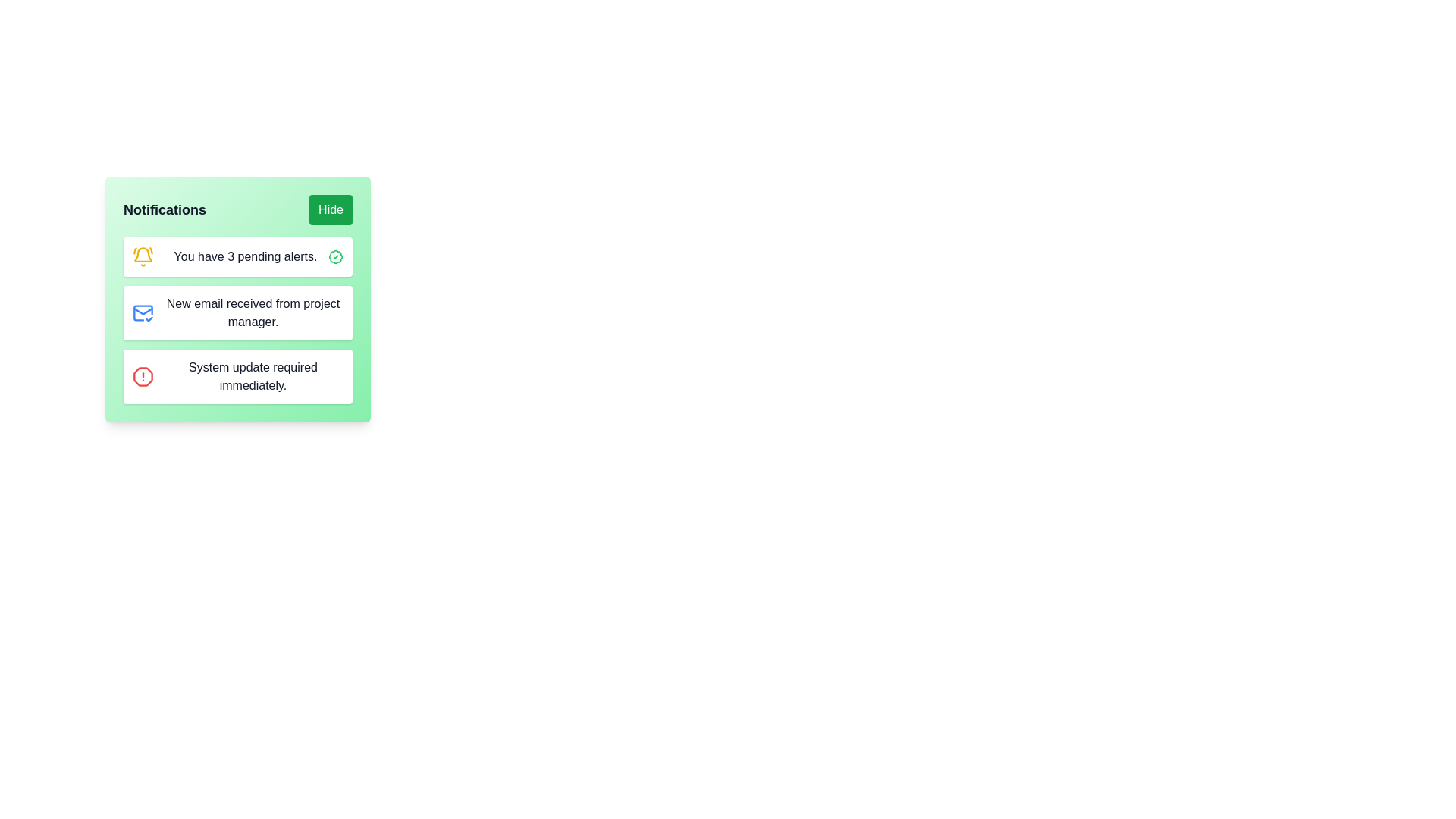  Describe the element at coordinates (143, 256) in the screenshot. I see `the bell icon located in the first notification row of the notifications dropdown, which indicates the presence of notifications or alerts, placed to the immediate left of the text 'You have 3 pending alerts.'` at that location.